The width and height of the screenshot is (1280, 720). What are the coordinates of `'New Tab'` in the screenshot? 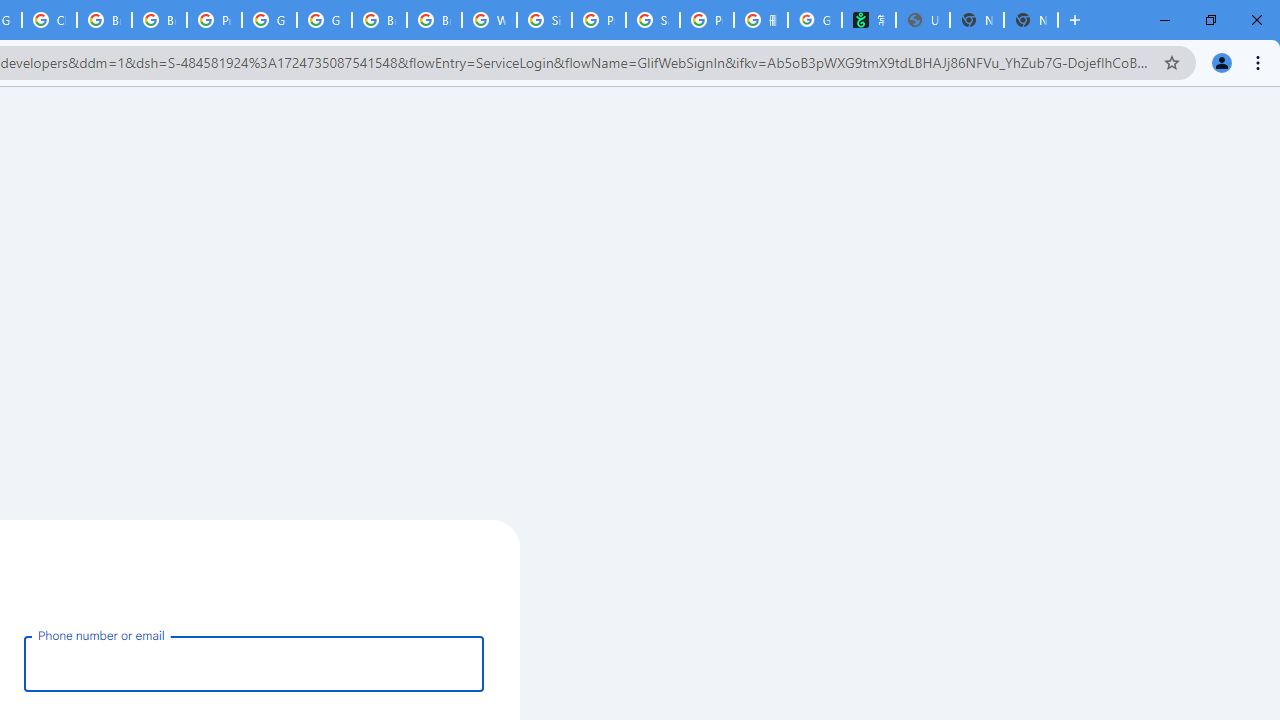 It's located at (1031, 20).